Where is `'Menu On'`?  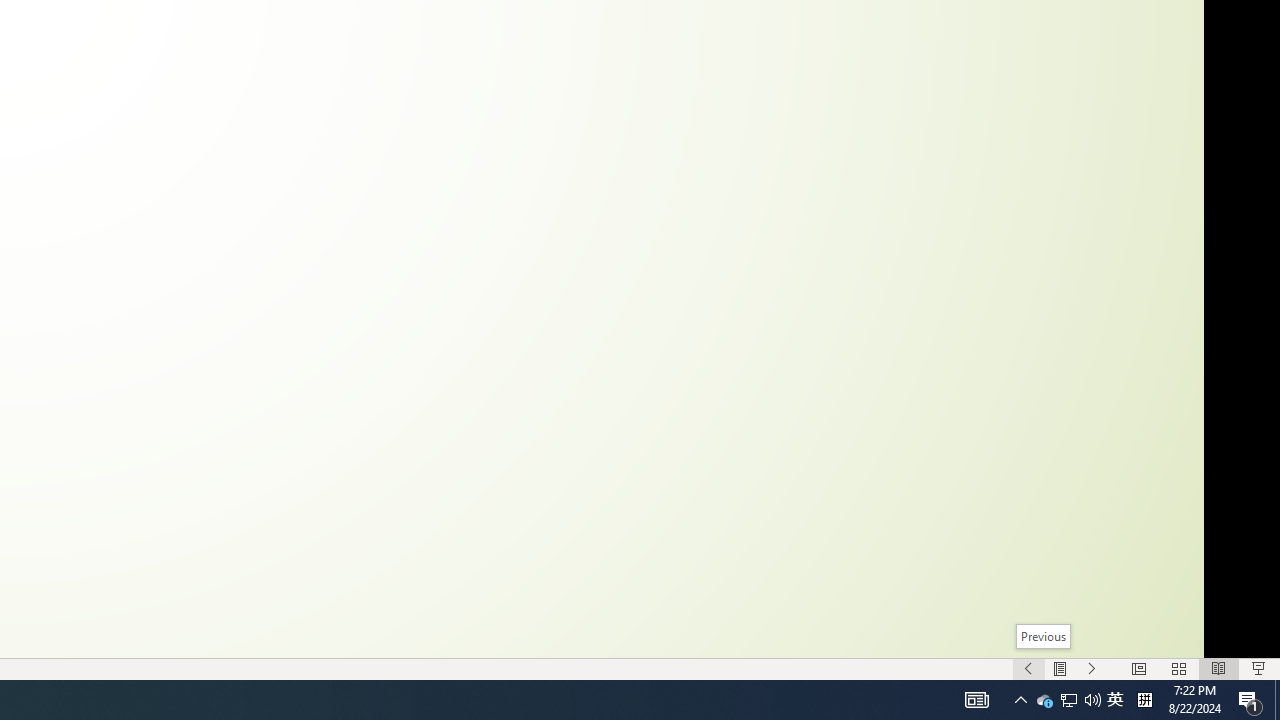
'Menu On' is located at coordinates (1059, 669).